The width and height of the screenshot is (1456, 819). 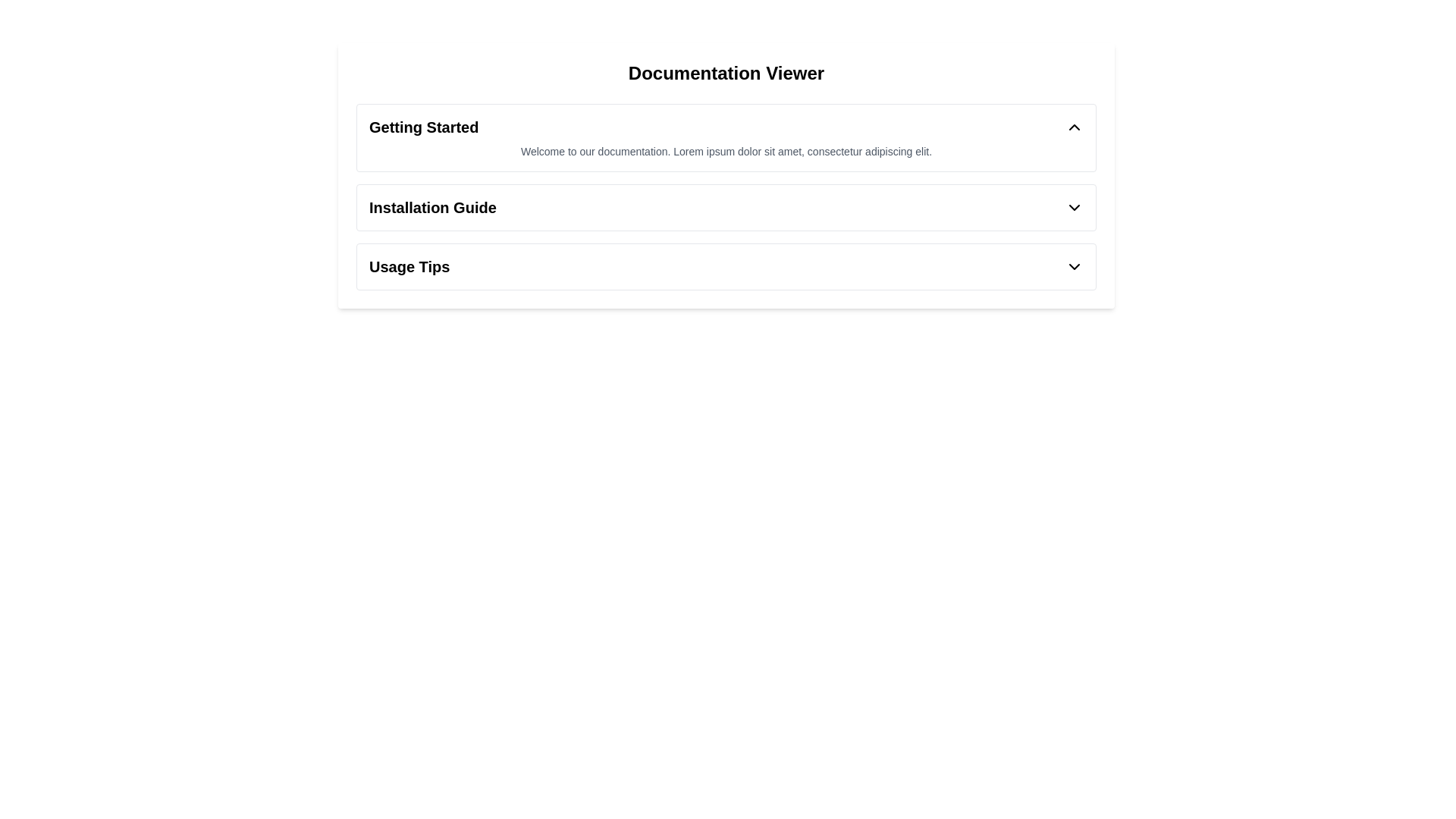 I want to click on the text block located under the heading 'Getting Started', which is formatted in small-sized gray font and serves as a concise description on the second line, so click(x=726, y=152).